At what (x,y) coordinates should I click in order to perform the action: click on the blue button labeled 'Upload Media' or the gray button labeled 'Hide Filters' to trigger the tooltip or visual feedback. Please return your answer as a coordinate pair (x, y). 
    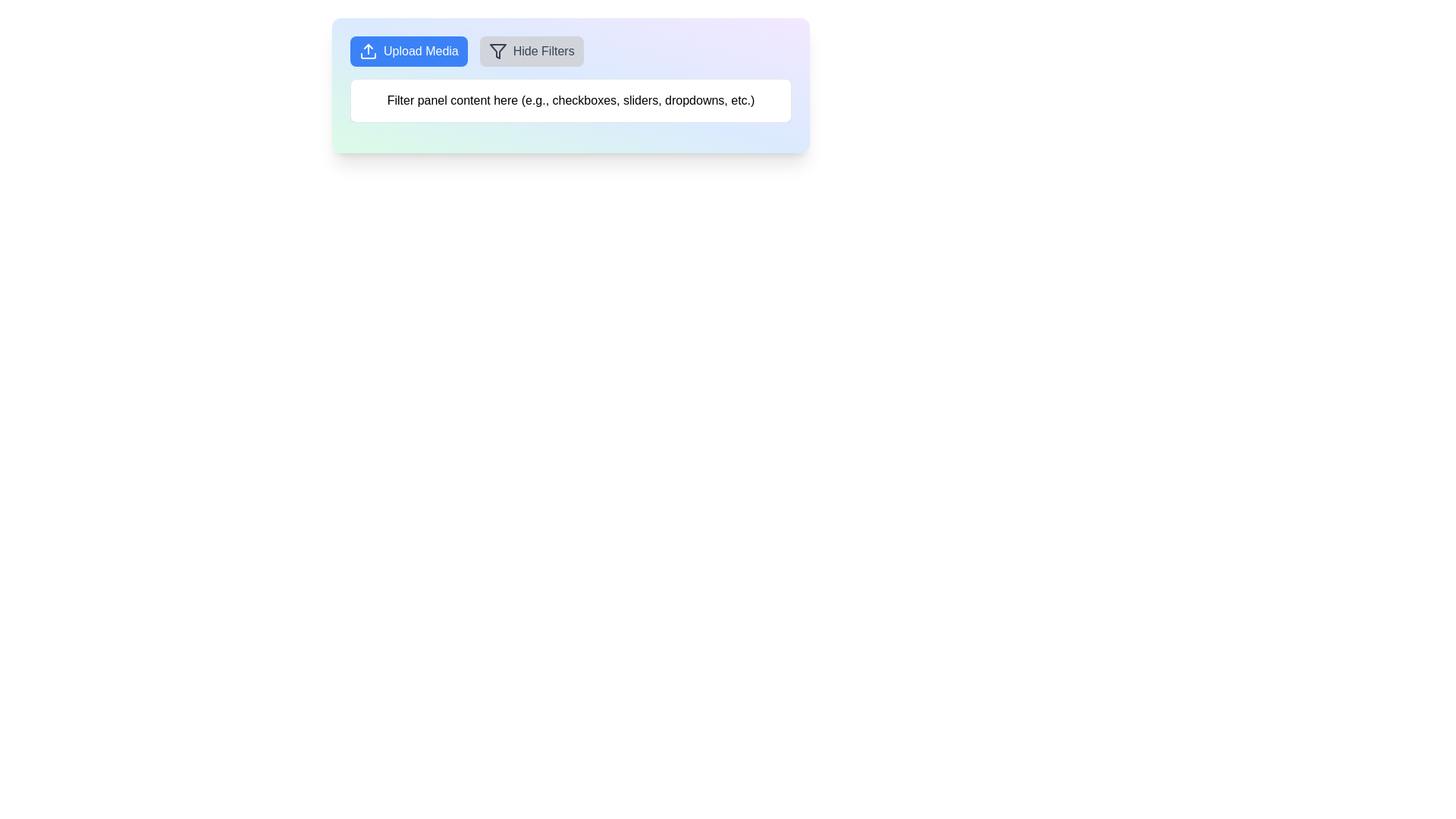
    Looking at the image, I should click on (570, 51).